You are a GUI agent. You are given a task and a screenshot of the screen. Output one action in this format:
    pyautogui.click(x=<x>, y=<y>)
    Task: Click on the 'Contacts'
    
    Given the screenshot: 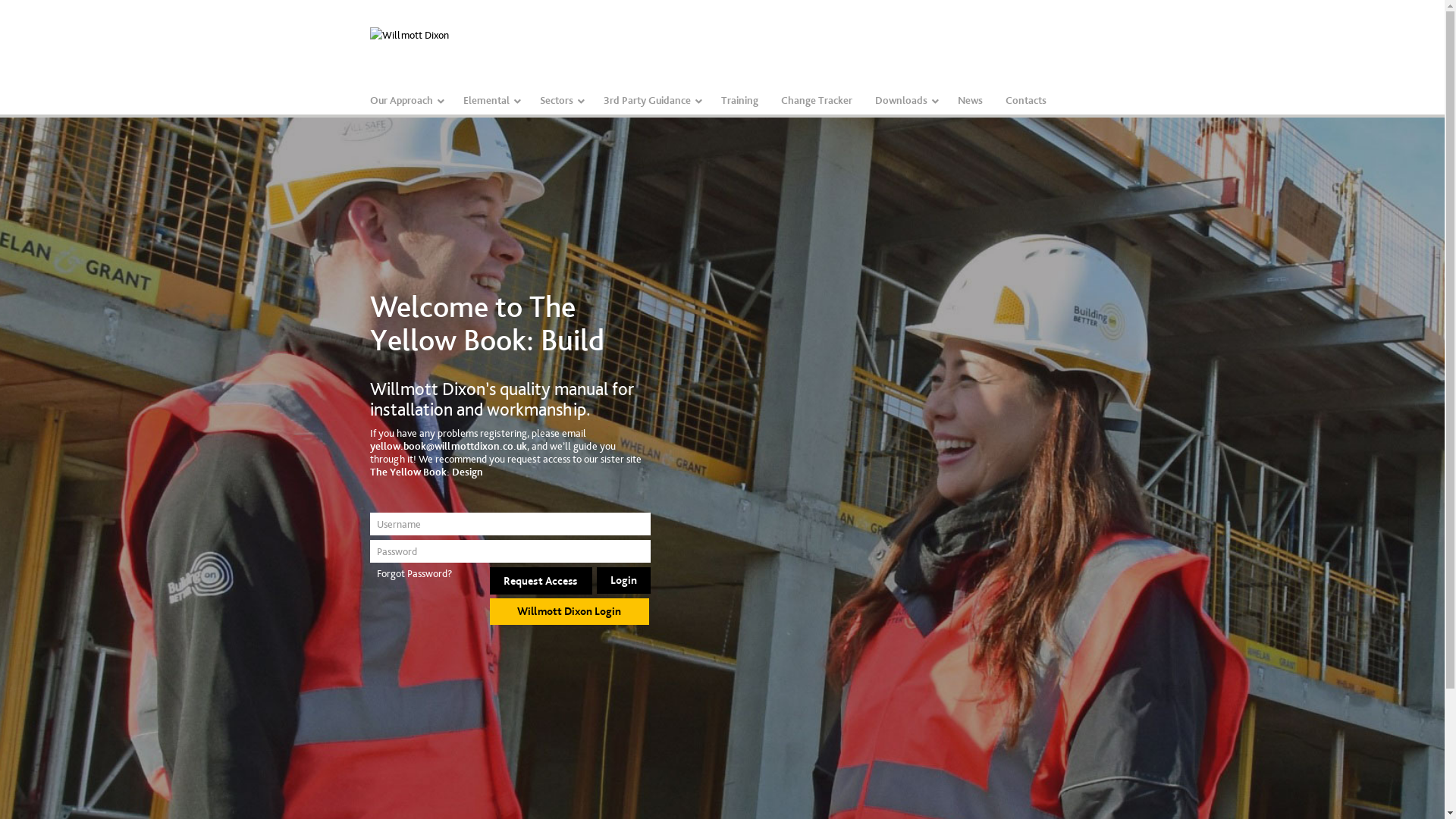 What is the action you would take?
    pyautogui.click(x=1025, y=100)
    